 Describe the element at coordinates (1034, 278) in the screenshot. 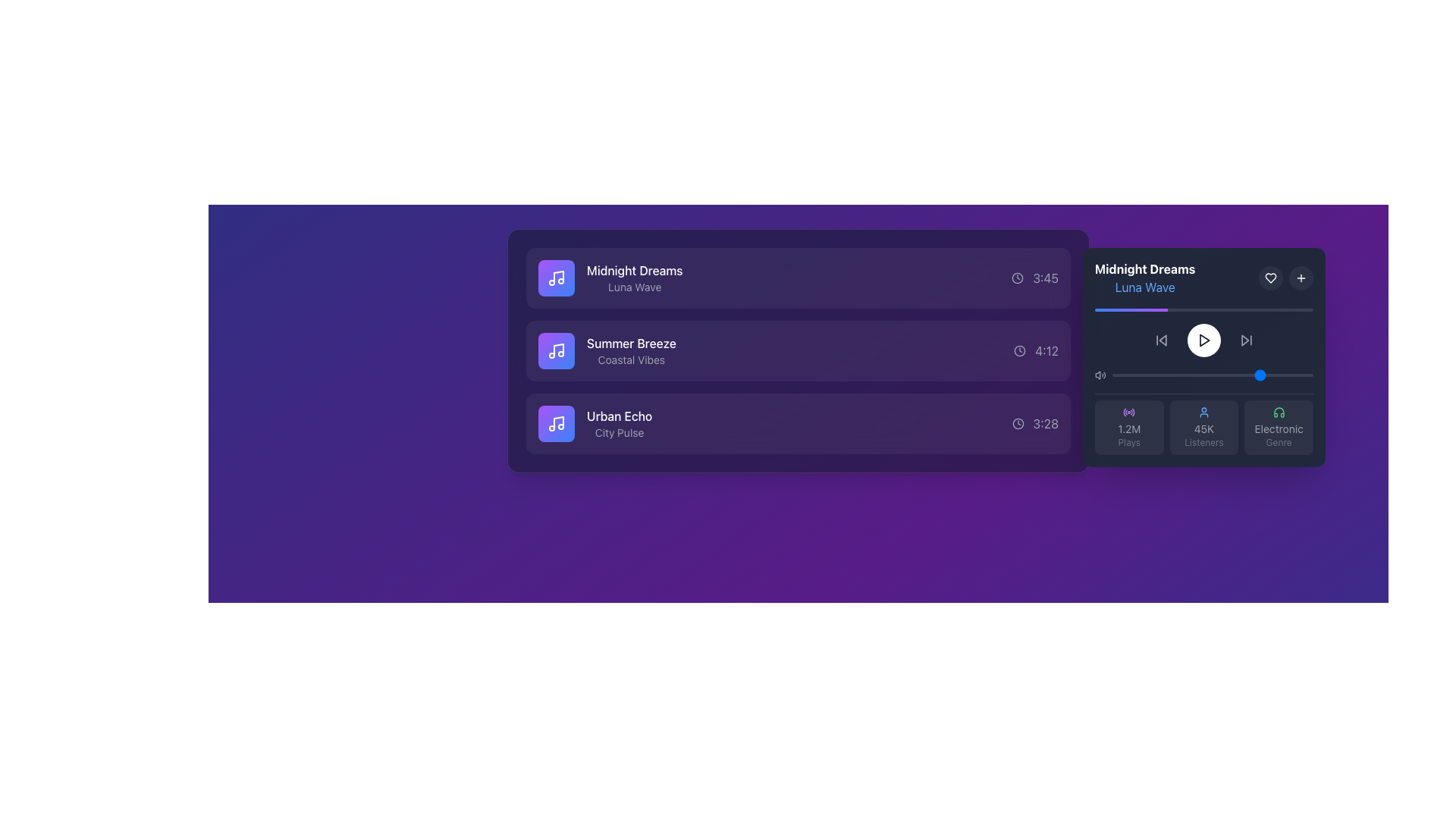

I see `the Text label displaying '3:45' in light gray, located in the third column next to the 'Midnight Dreams' headline and 'Luna Wave' subtitle` at that location.